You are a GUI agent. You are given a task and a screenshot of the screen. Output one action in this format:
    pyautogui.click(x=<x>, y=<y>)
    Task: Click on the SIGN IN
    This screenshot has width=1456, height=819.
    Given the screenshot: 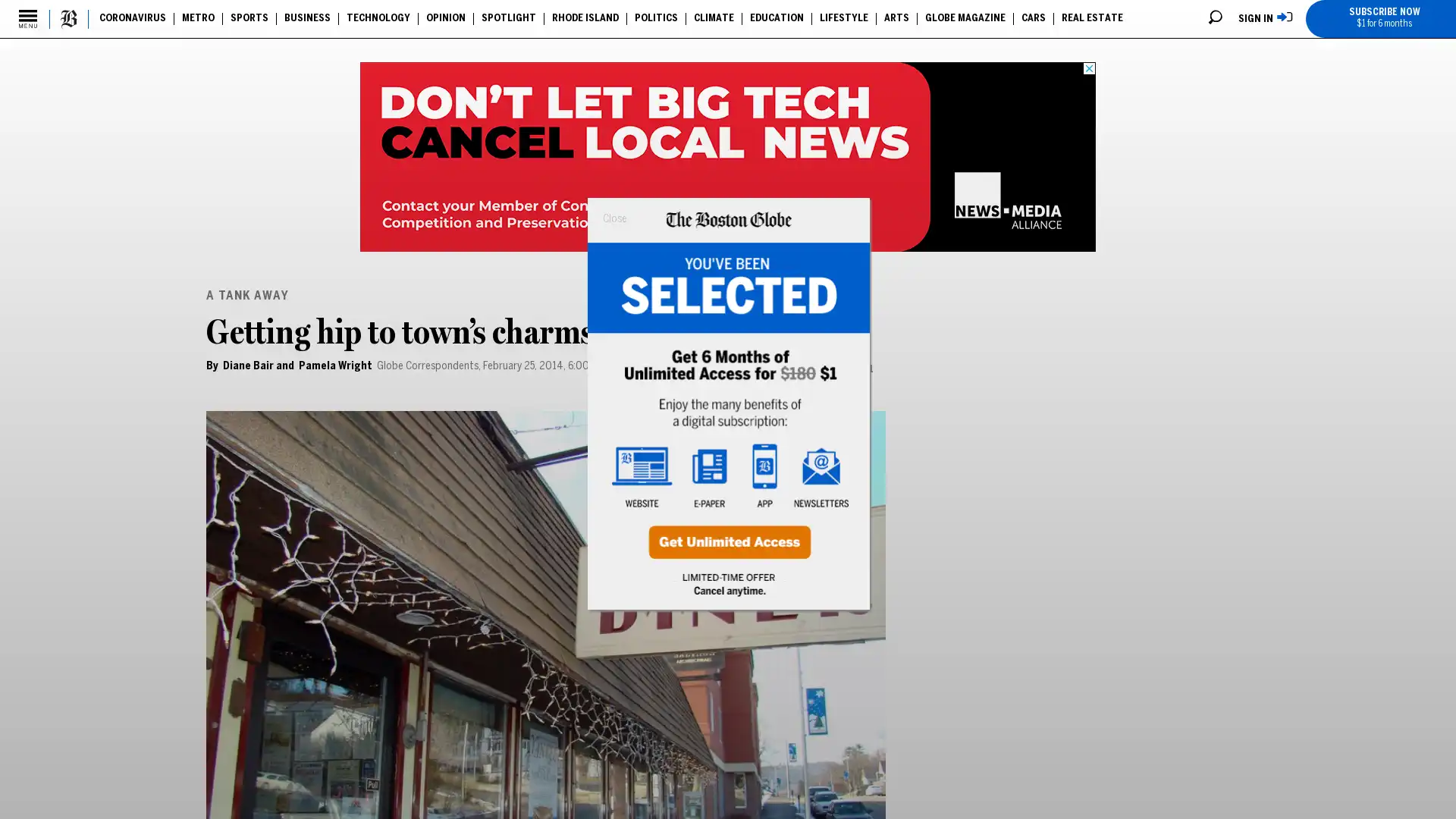 What is the action you would take?
    pyautogui.click(x=1266, y=18)
    